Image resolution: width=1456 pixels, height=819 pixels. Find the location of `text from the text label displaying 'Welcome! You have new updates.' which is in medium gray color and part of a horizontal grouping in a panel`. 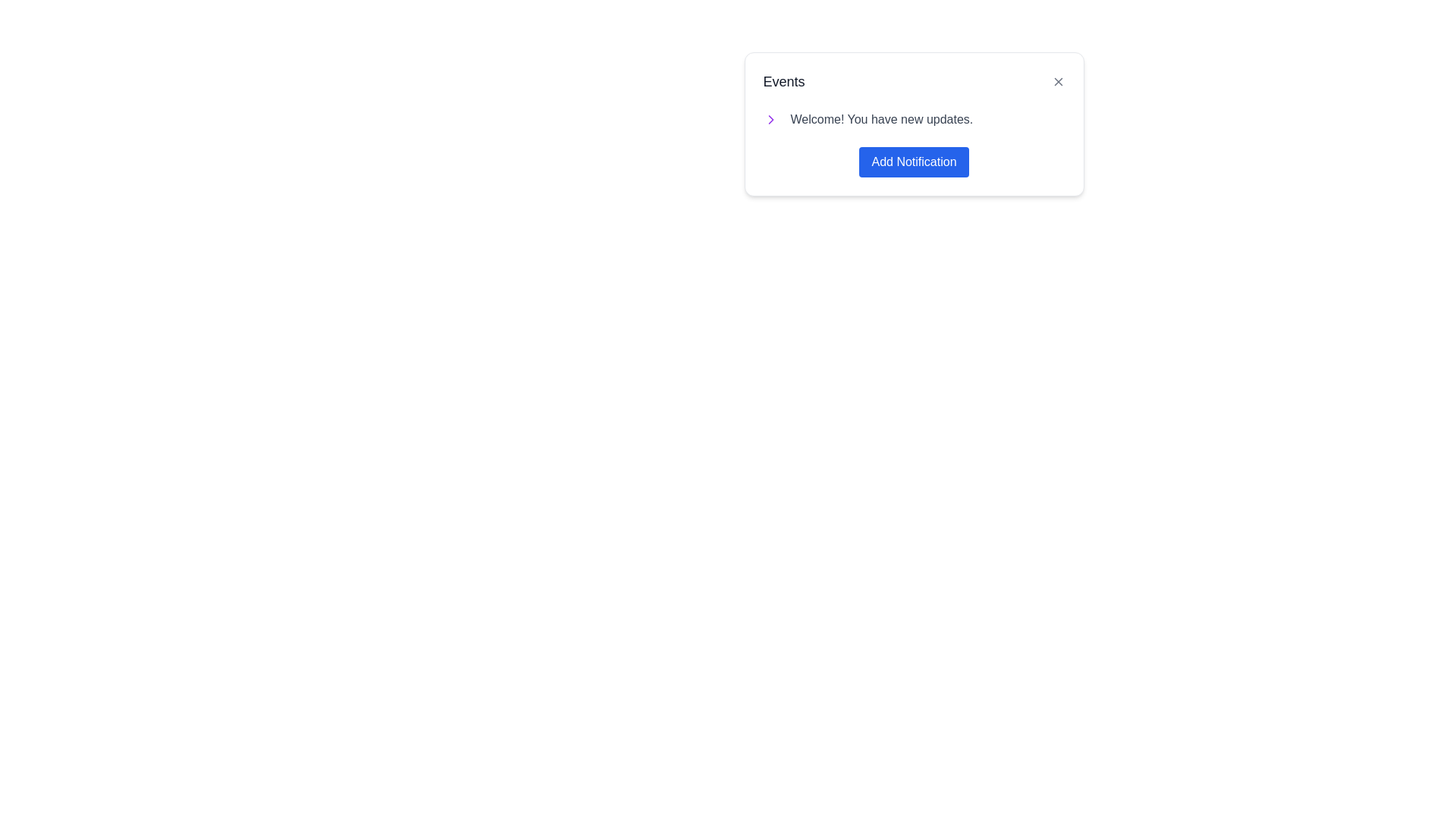

text from the text label displaying 'Welcome! You have new updates.' which is in medium gray color and part of a horizontal grouping in a panel is located at coordinates (881, 119).